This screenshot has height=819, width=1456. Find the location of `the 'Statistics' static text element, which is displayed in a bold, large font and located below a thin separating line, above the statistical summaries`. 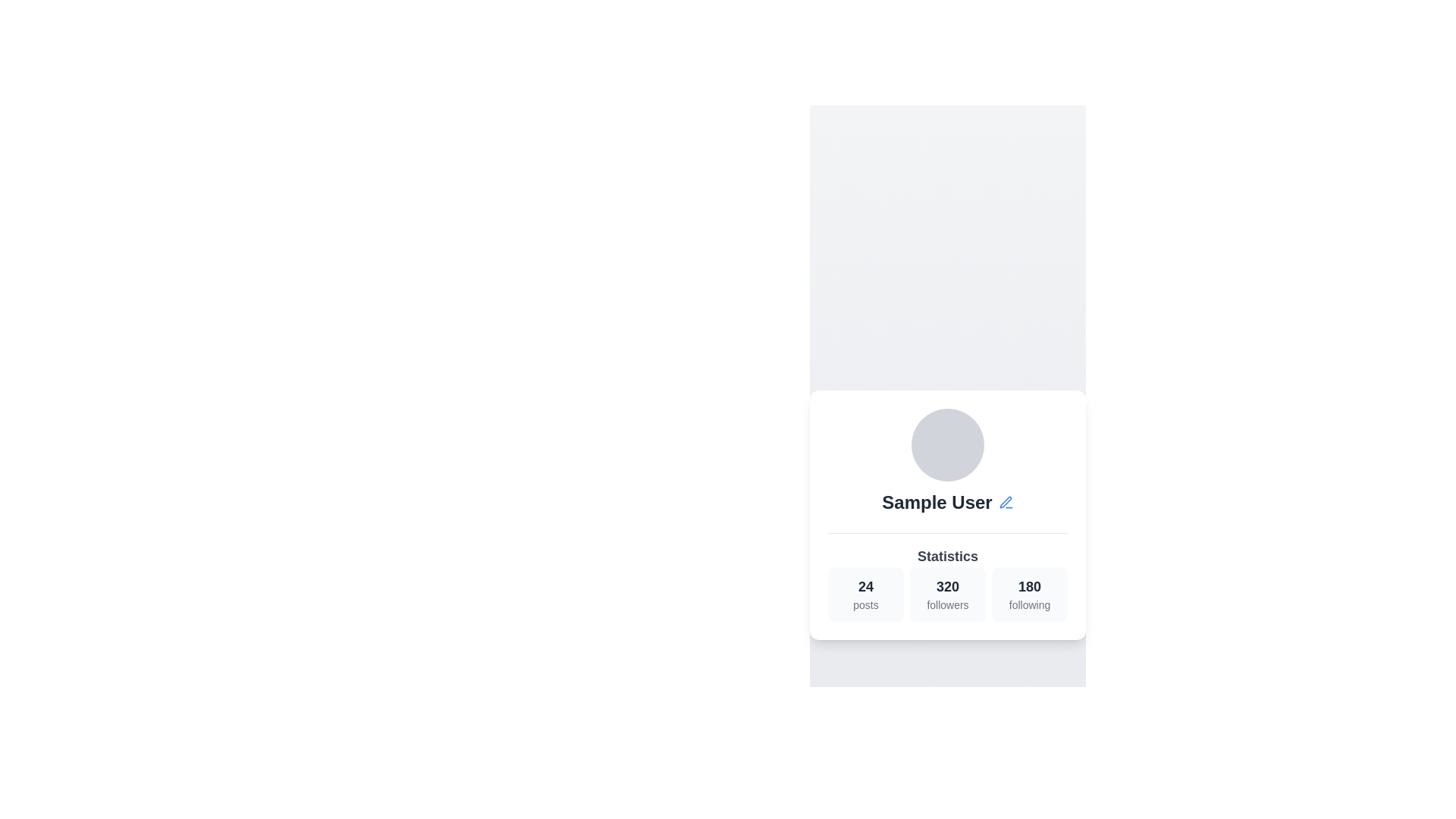

the 'Statistics' static text element, which is displayed in a bold, large font and located below a thin separating line, above the statistical summaries is located at coordinates (946, 556).